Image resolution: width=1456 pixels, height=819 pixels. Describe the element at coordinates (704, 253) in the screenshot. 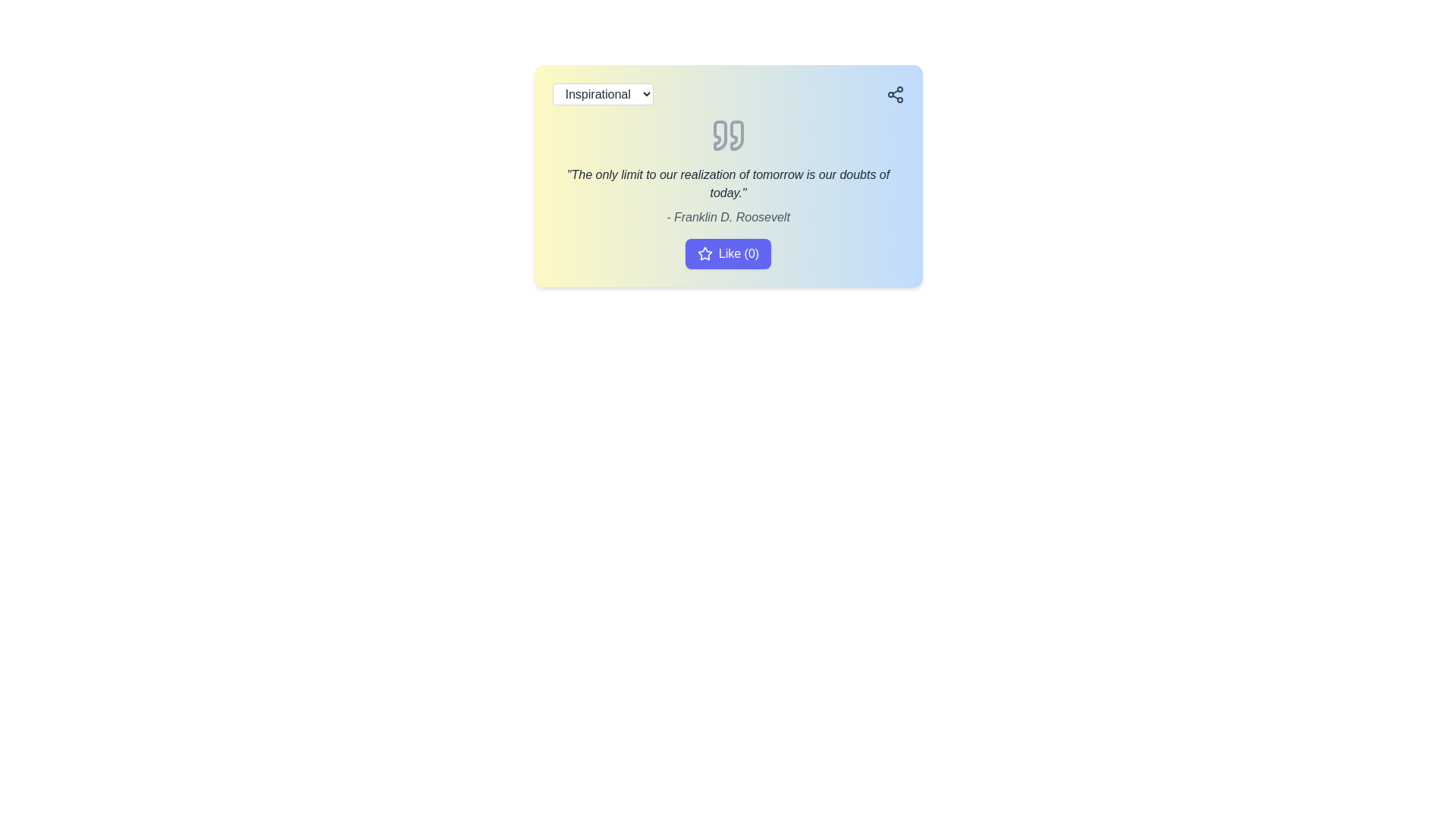

I see `the like icon located to the left of the text within the 'Like (0)' button at the bottom of the displayed card` at that location.